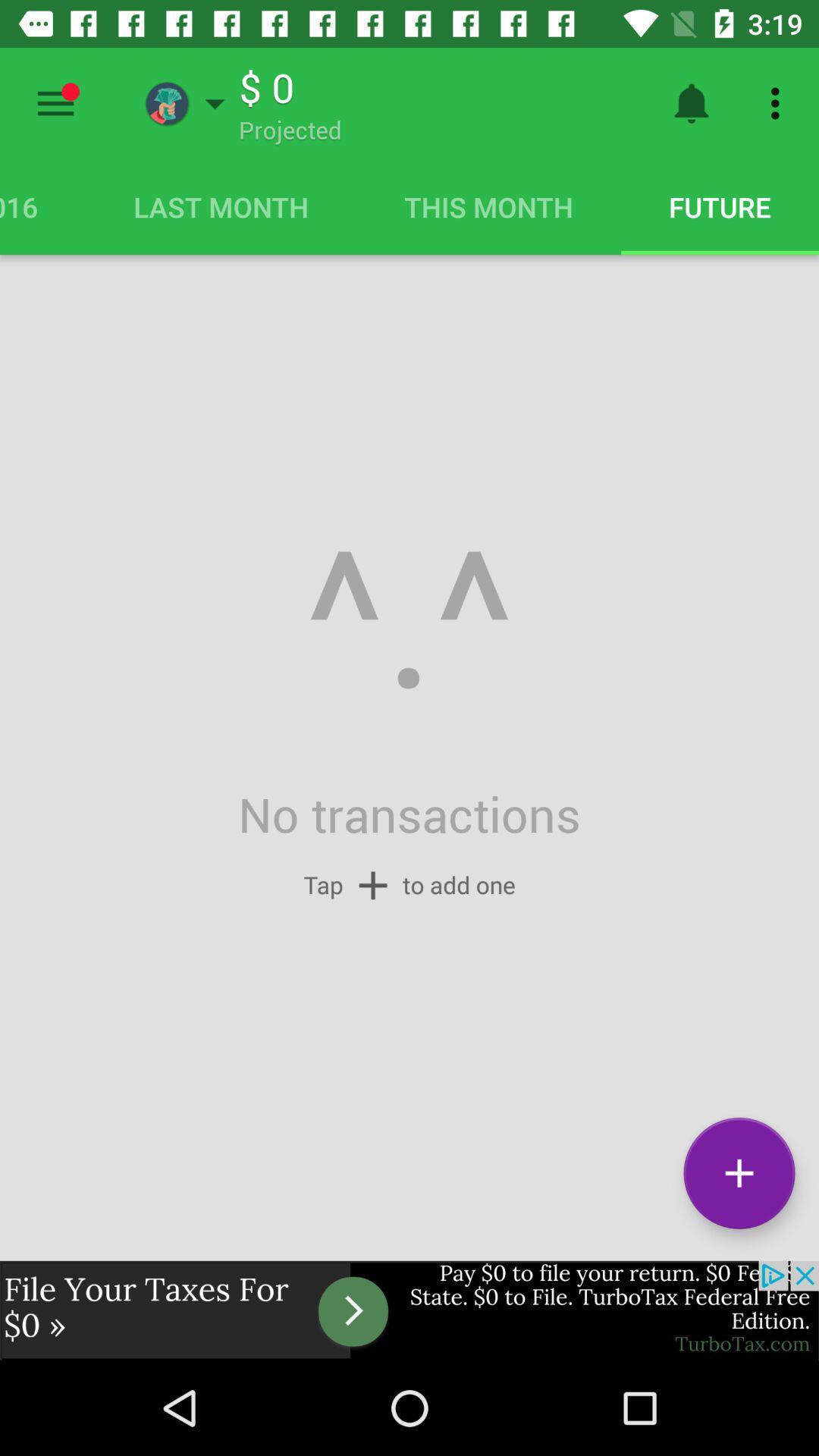  Describe the element at coordinates (55, 102) in the screenshot. I see `see the menu` at that location.